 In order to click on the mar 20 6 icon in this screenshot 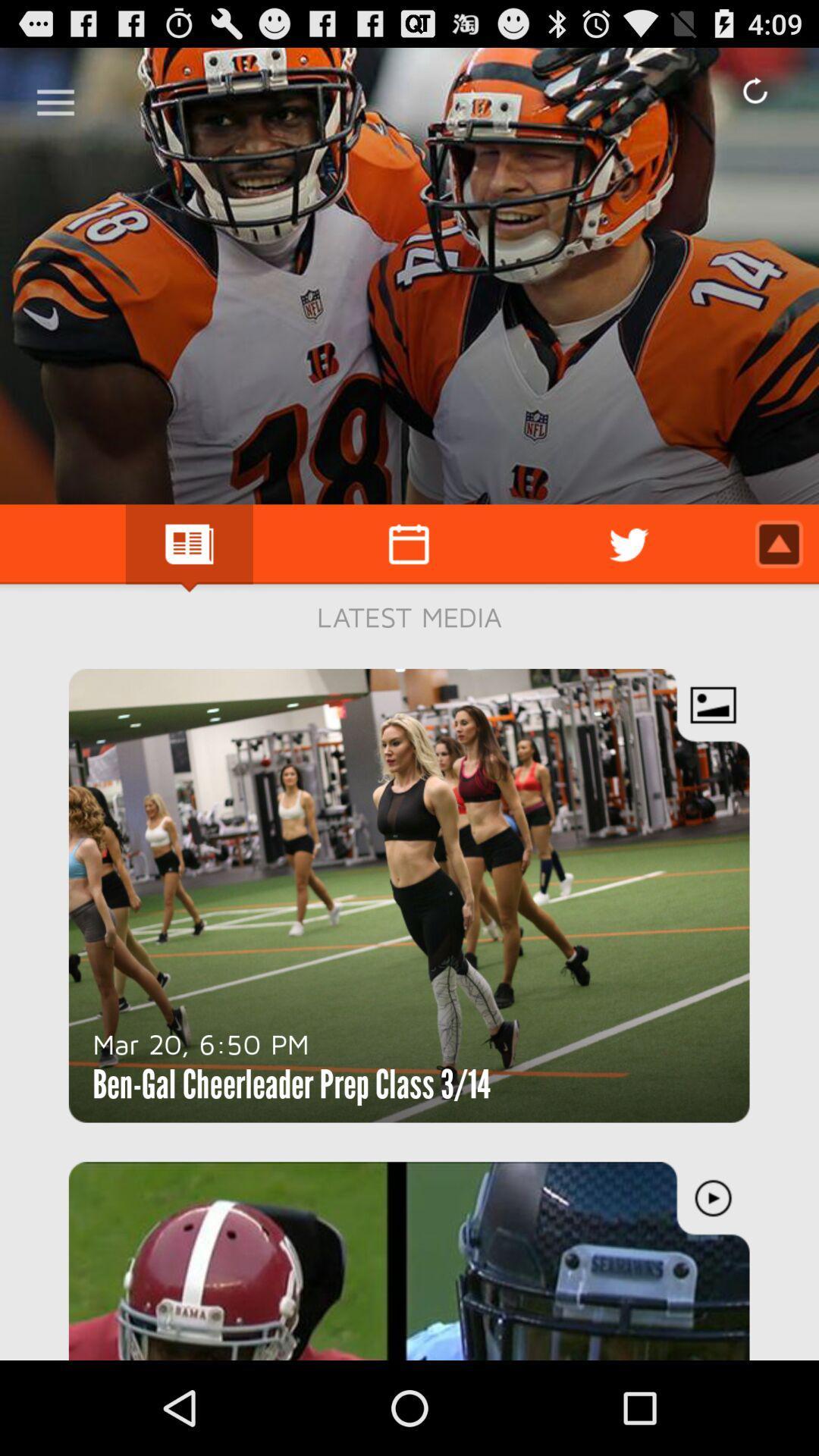, I will do `click(200, 1043)`.